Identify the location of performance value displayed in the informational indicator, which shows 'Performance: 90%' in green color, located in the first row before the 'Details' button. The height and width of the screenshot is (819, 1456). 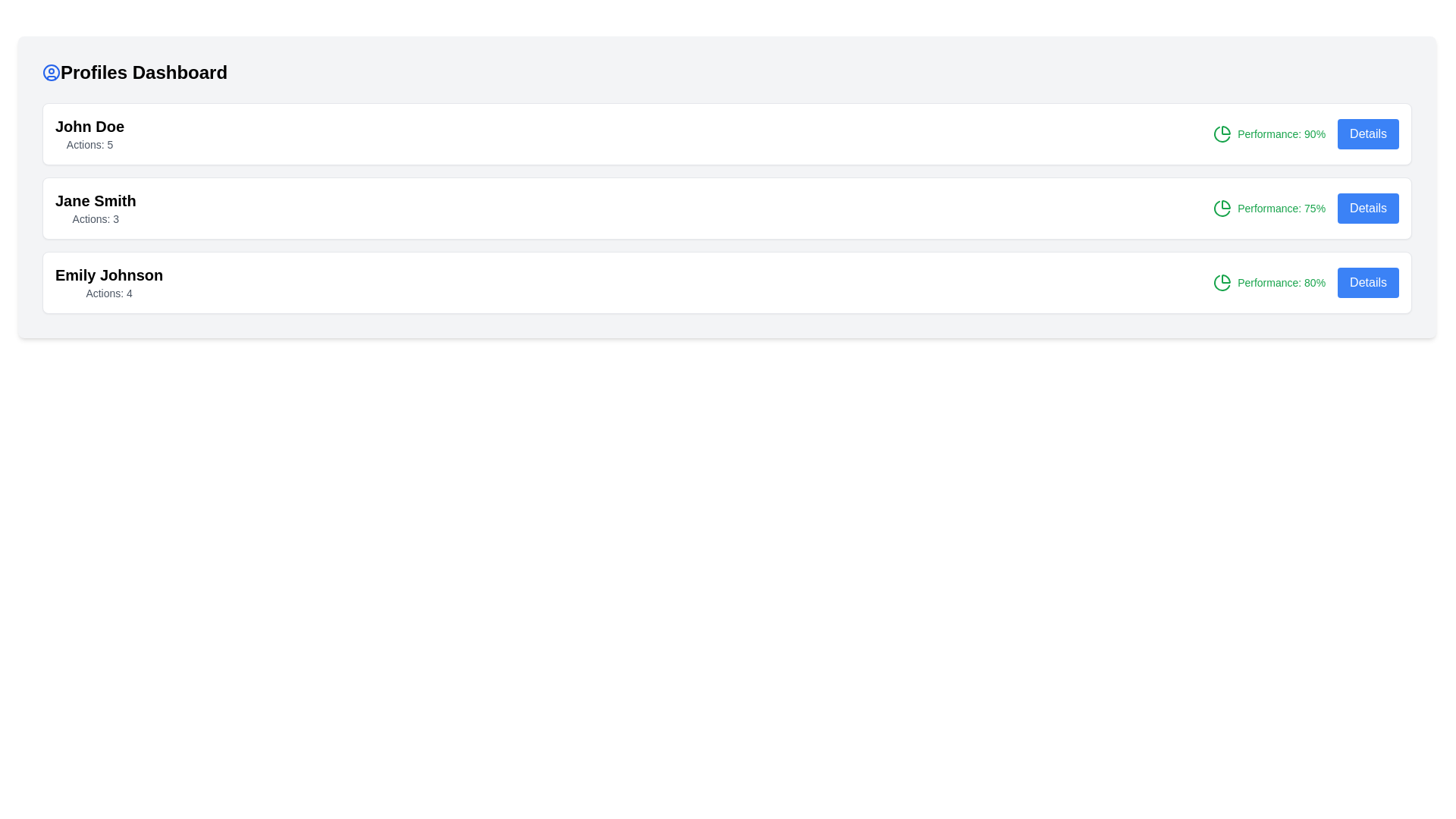
(1269, 133).